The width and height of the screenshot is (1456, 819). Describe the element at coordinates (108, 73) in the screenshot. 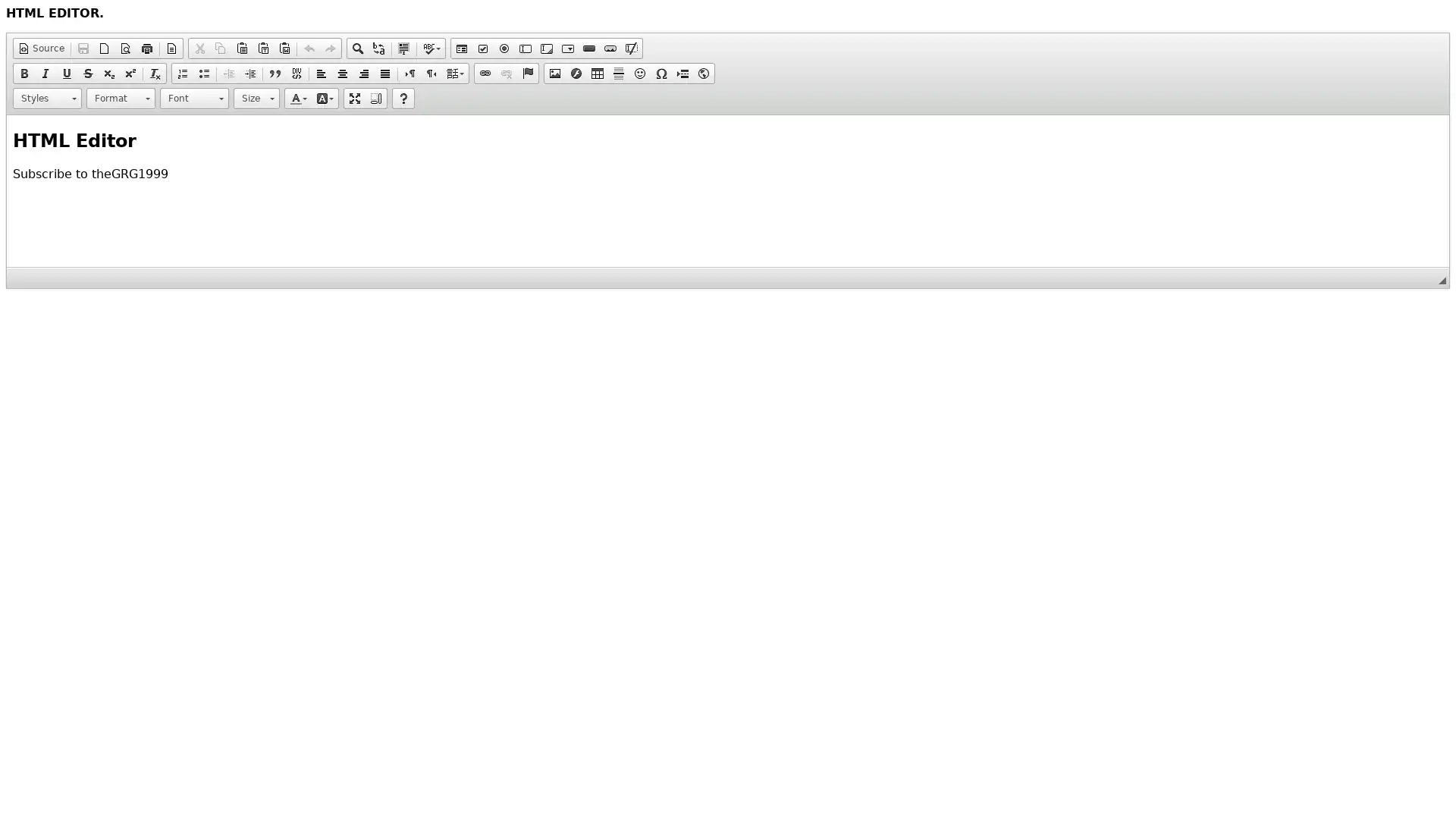

I see `Subscript` at that location.